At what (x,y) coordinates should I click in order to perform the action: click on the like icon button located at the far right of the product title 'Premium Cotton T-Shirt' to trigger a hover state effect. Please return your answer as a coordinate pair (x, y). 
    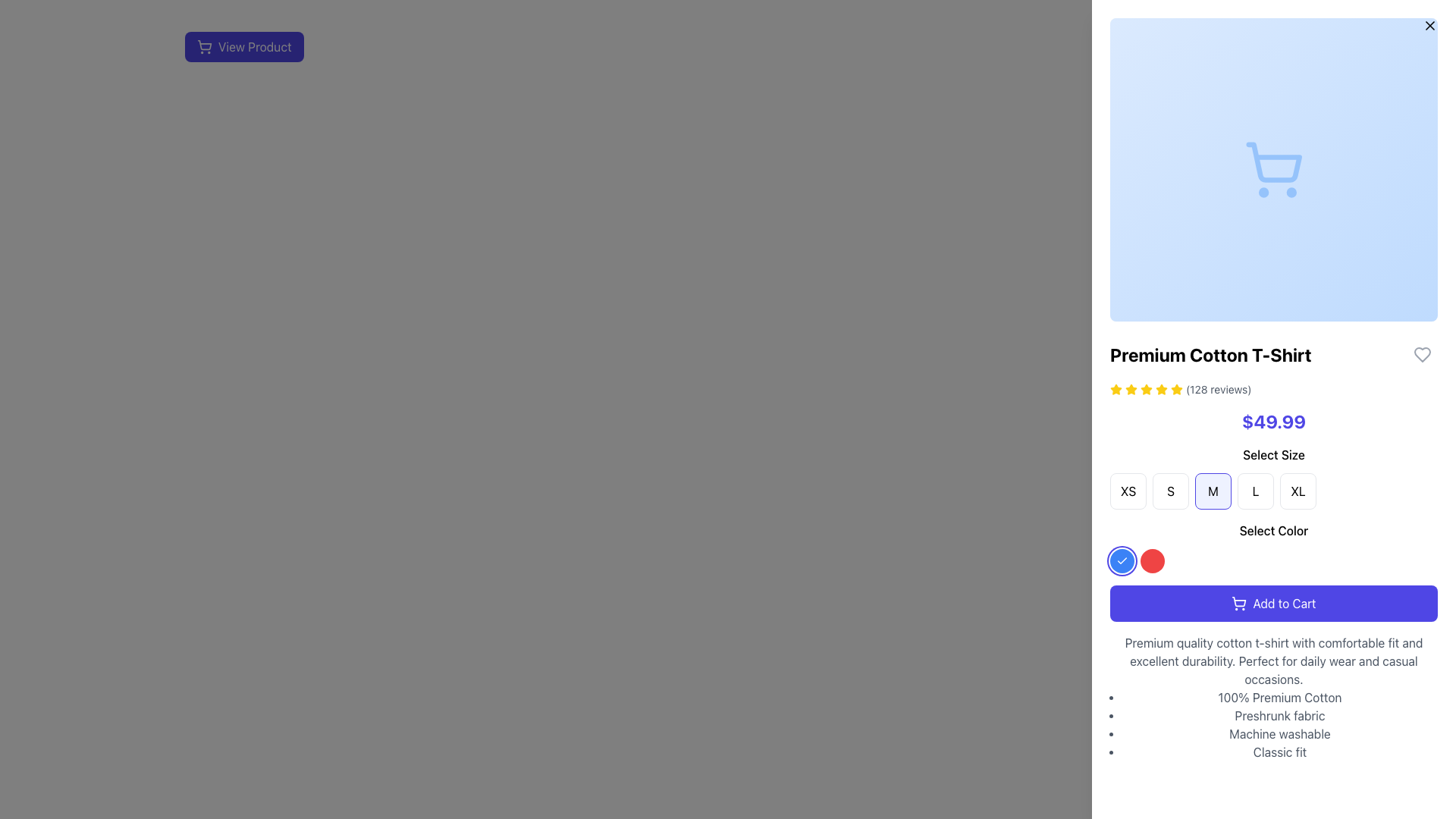
    Looking at the image, I should click on (1422, 354).